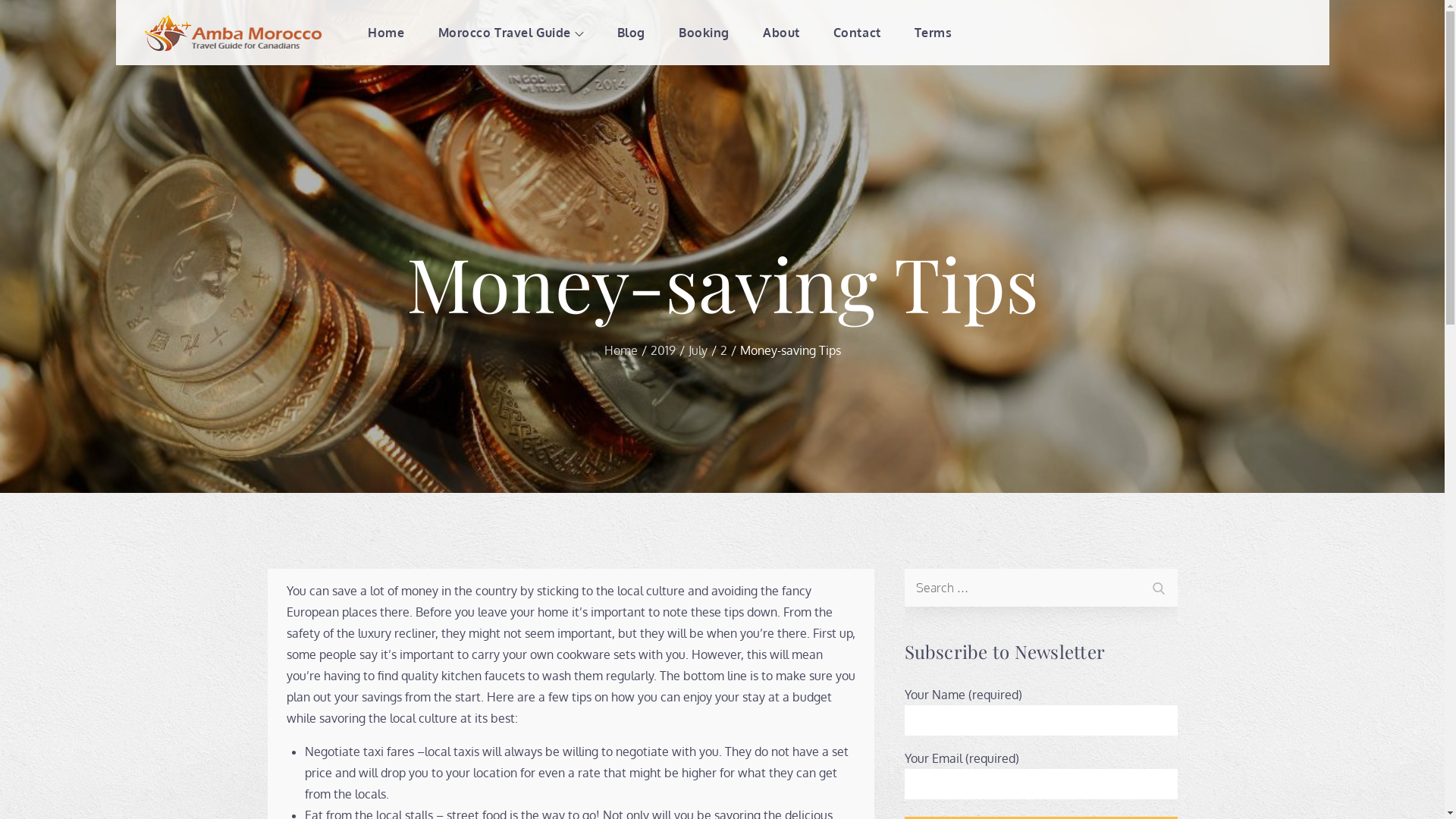 The image size is (1456, 819). I want to click on 'Search', so click(1156, 585).